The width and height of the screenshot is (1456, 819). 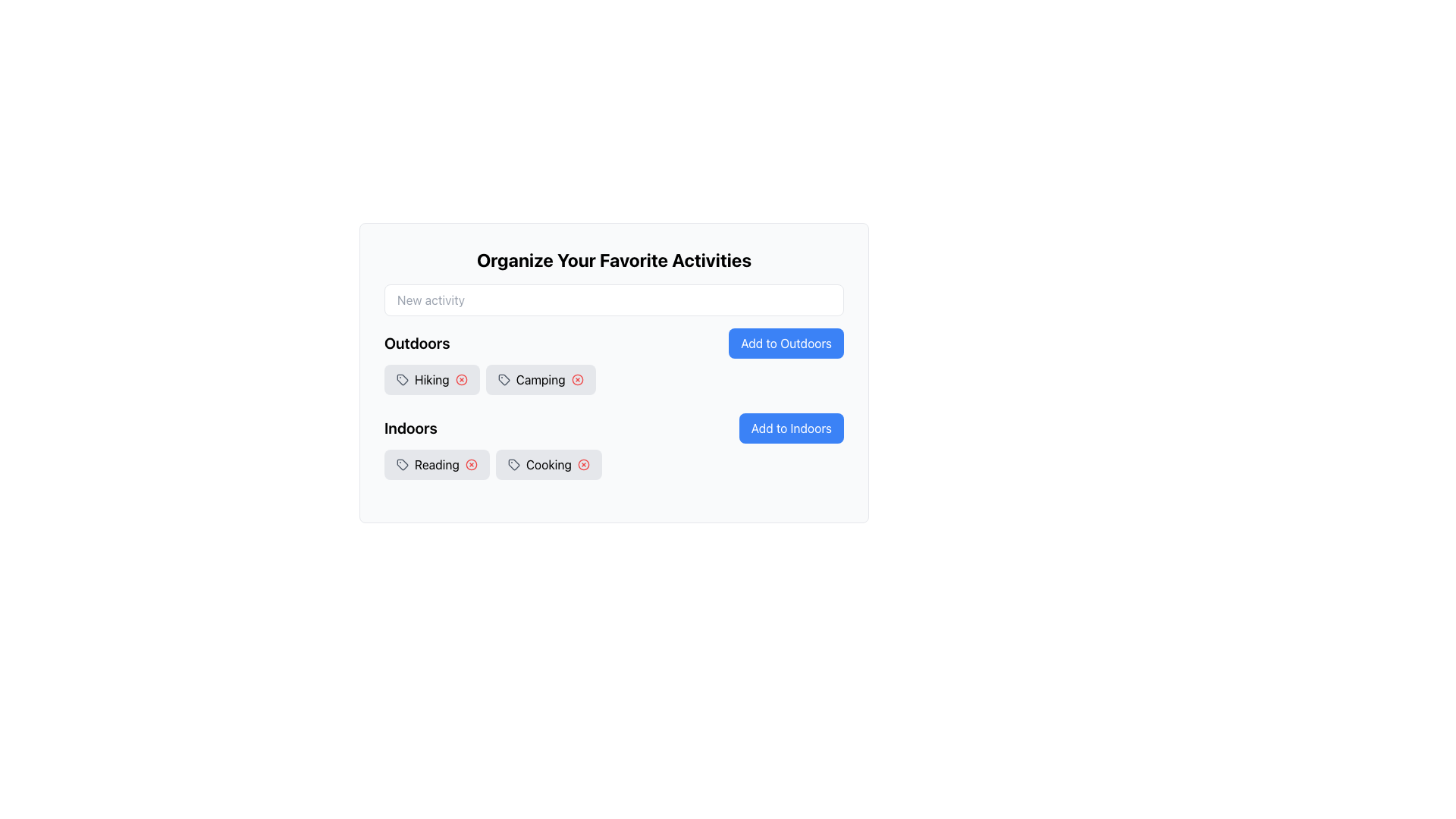 I want to click on the 'Hiking' tag in the 'Outdoors' category, so click(x=431, y=379).